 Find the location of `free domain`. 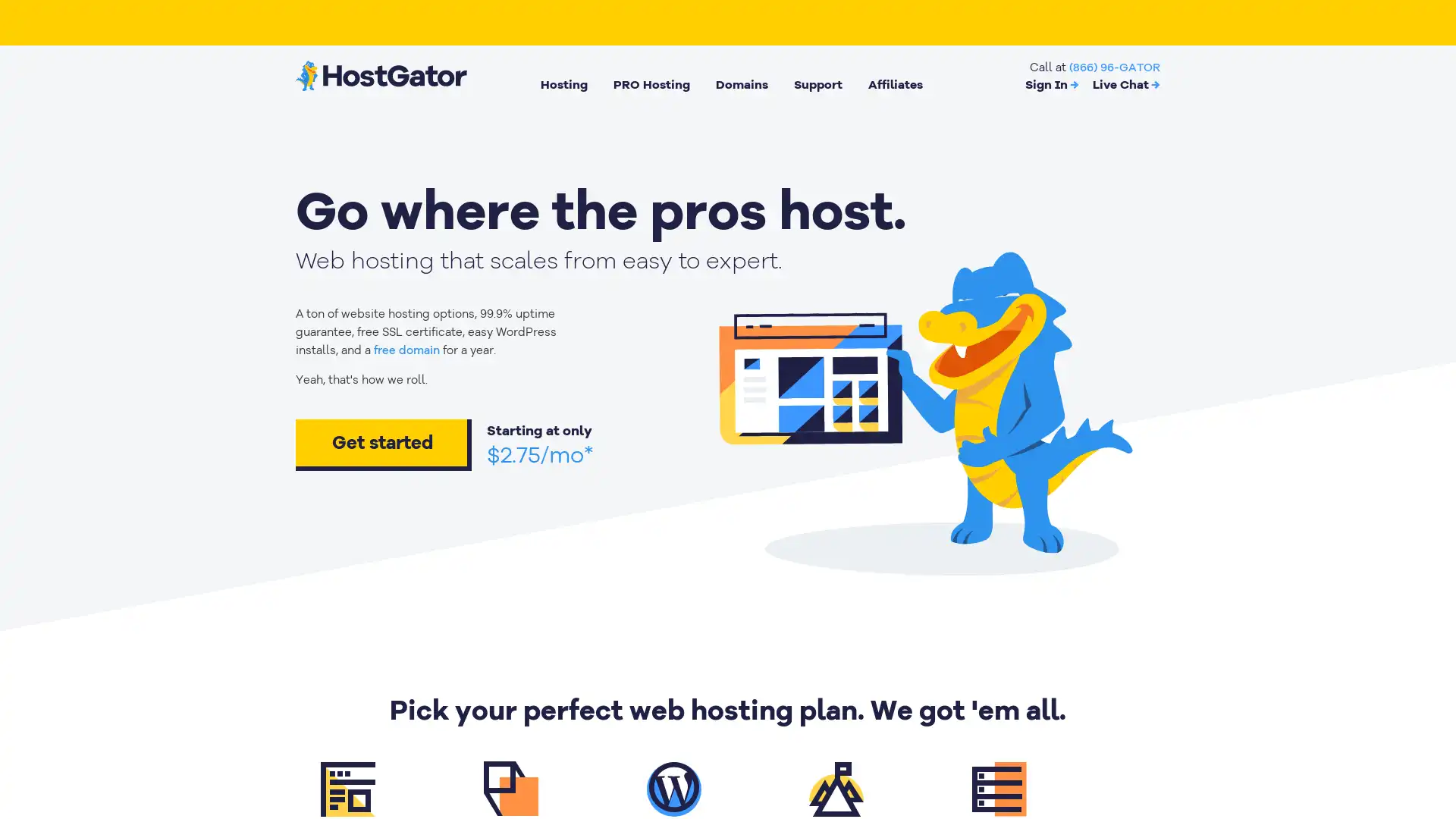

free domain is located at coordinates (406, 350).